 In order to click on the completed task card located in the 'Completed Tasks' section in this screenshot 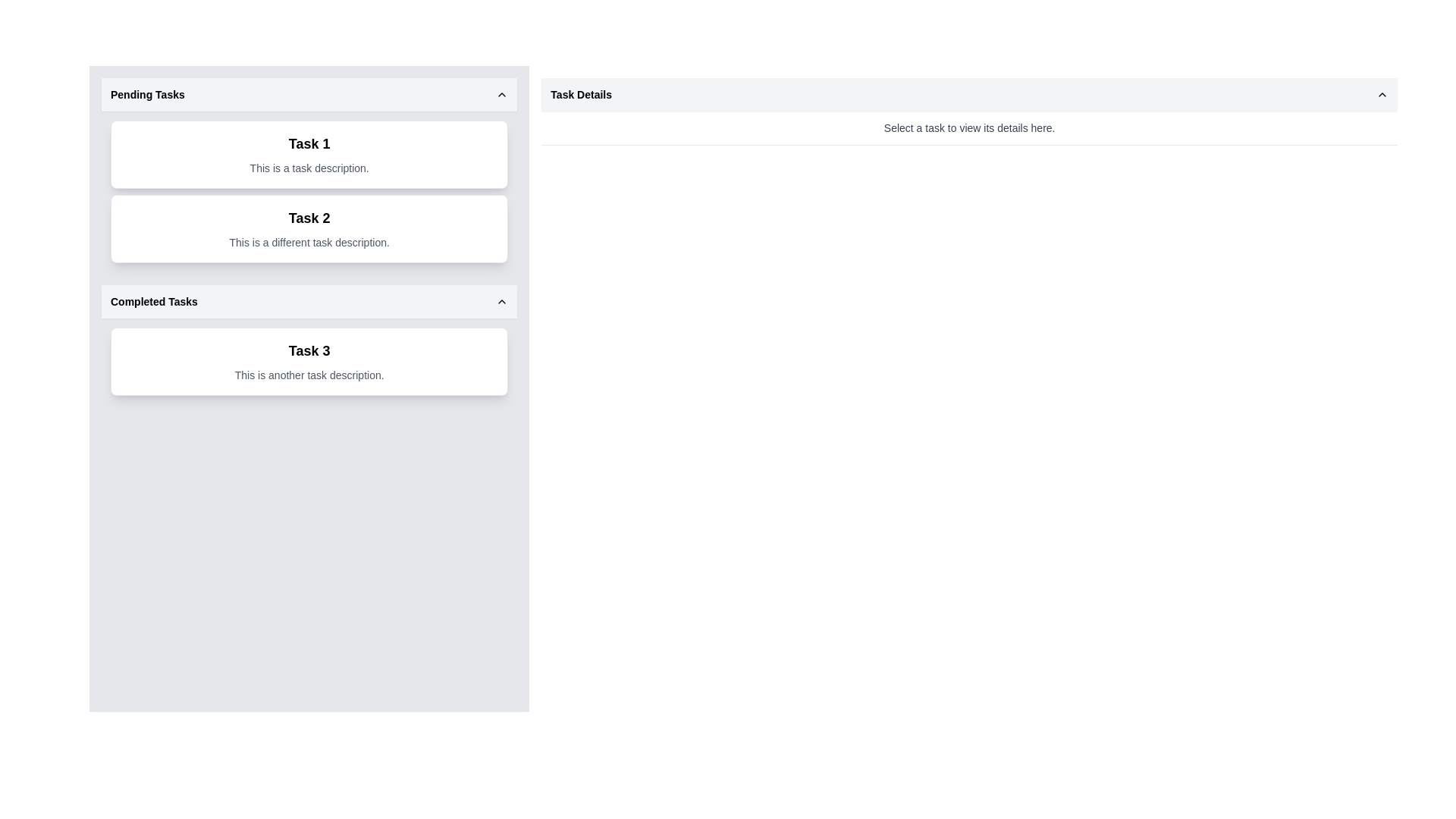, I will do `click(309, 345)`.